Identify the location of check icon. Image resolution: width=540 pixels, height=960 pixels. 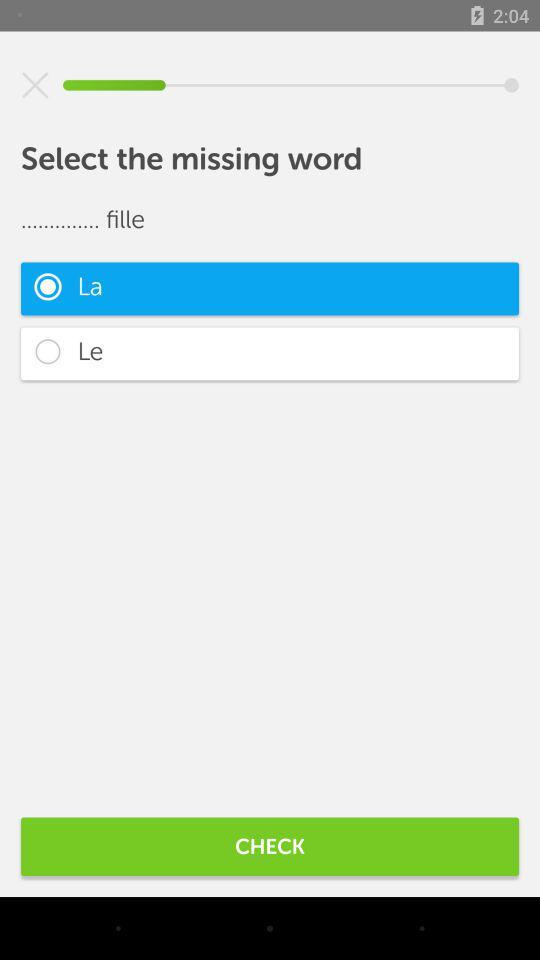
(270, 845).